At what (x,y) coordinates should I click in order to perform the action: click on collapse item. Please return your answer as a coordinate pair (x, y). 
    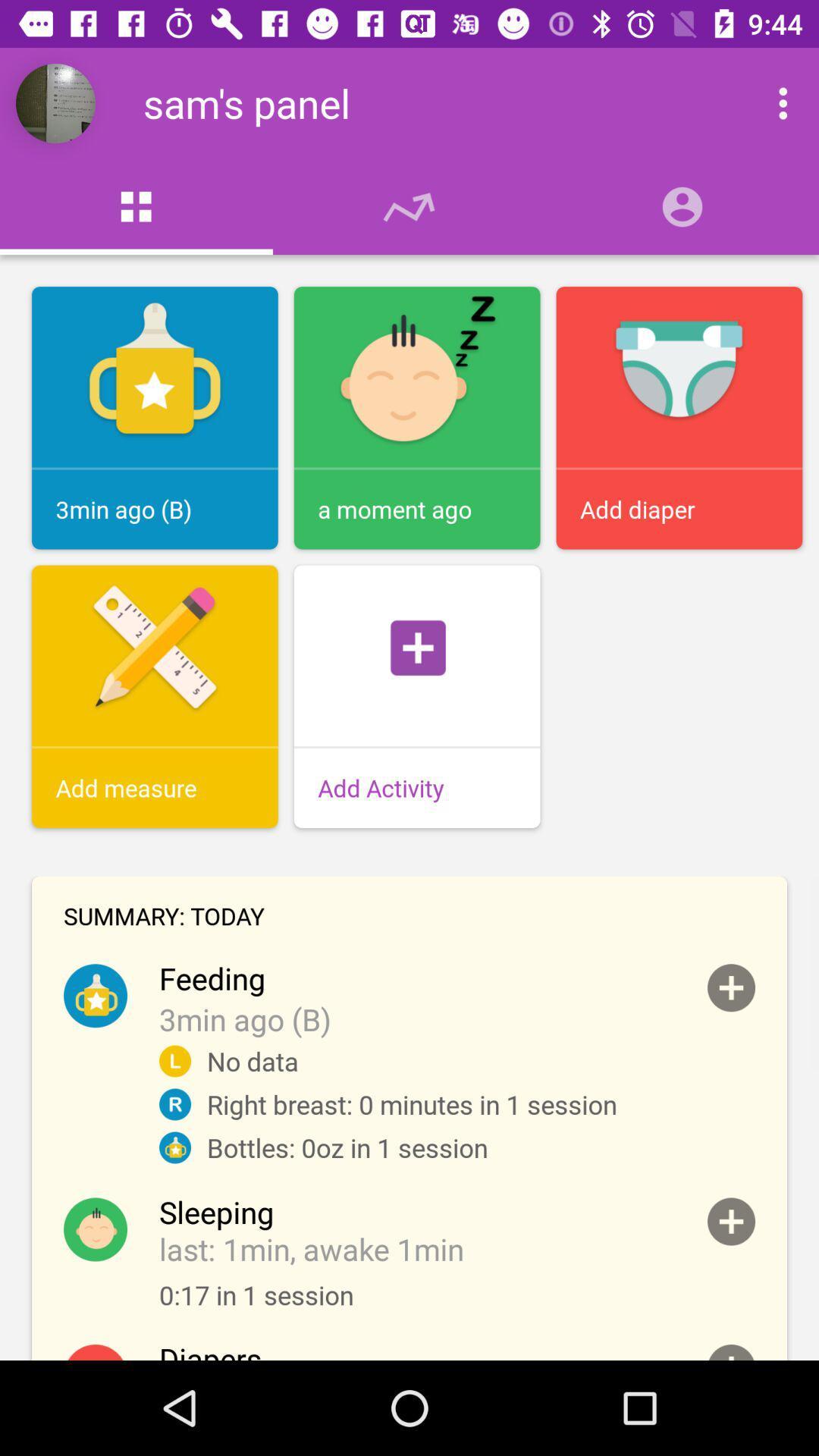
    Looking at the image, I should click on (730, 1222).